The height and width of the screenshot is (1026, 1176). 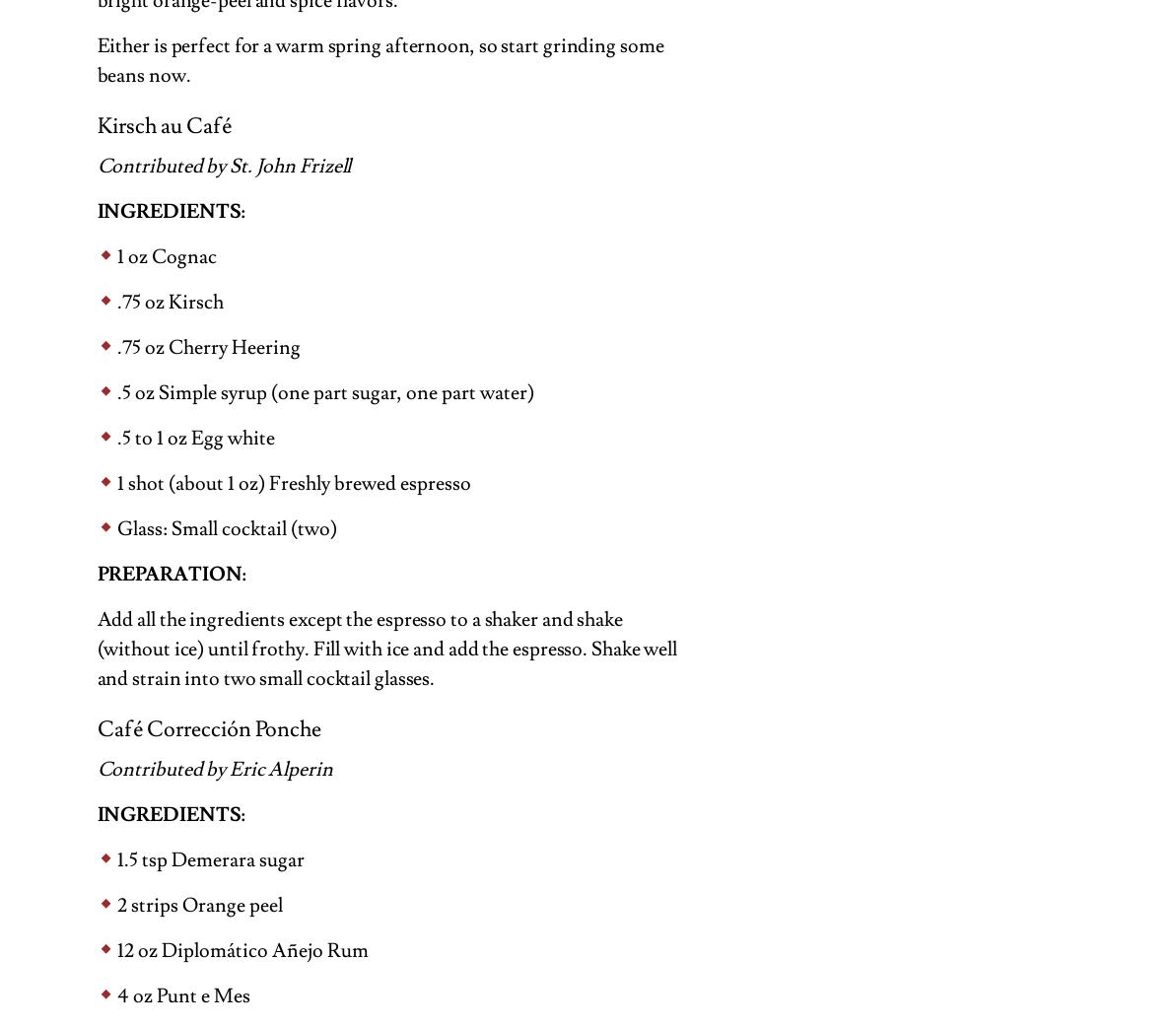 I want to click on '1 oz Cognac', so click(x=115, y=255).